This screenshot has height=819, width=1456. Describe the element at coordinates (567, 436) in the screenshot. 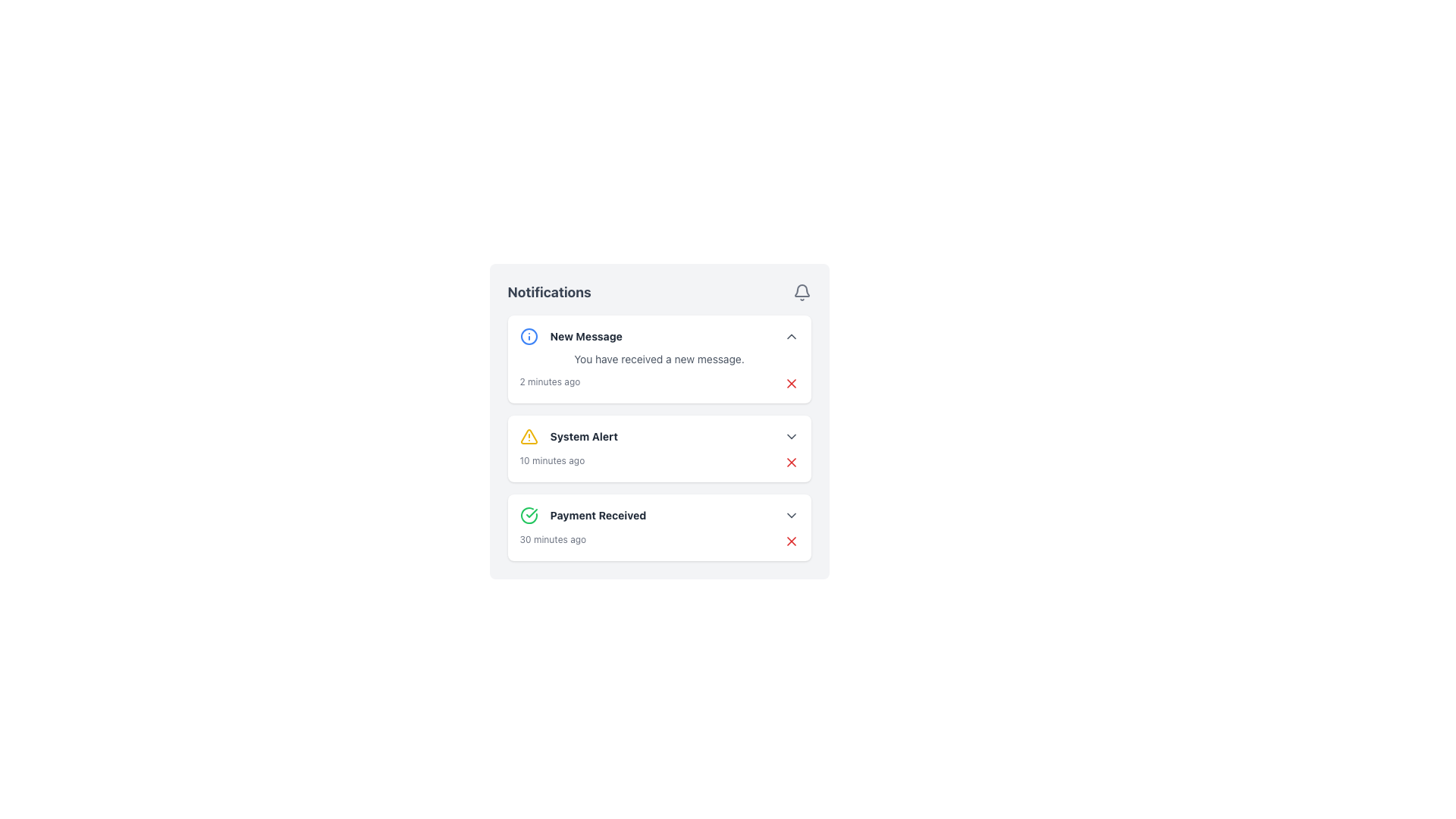

I see `the second notification item in the notification panel` at that location.